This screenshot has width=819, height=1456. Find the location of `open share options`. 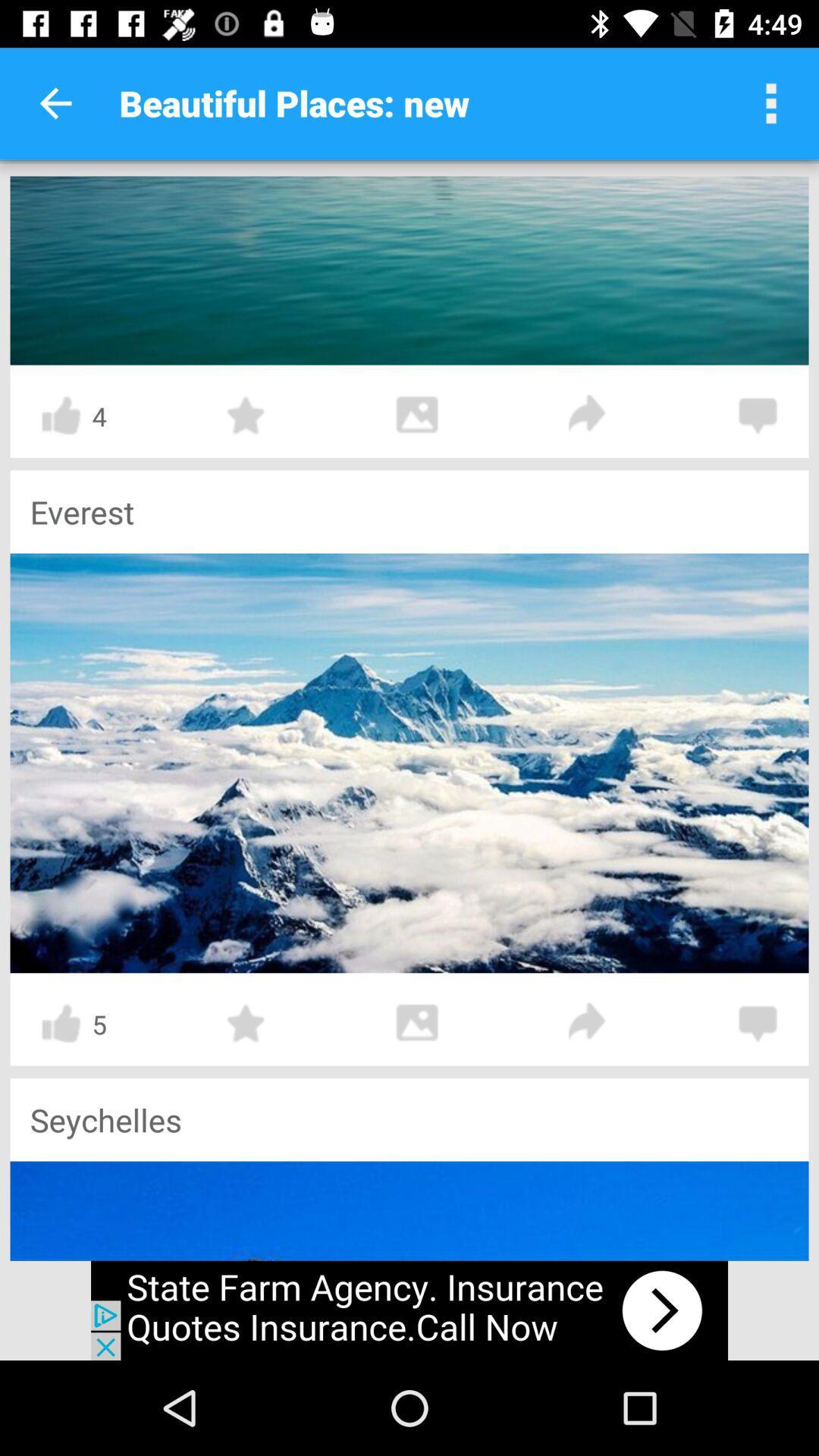

open share options is located at coordinates (587, 416).